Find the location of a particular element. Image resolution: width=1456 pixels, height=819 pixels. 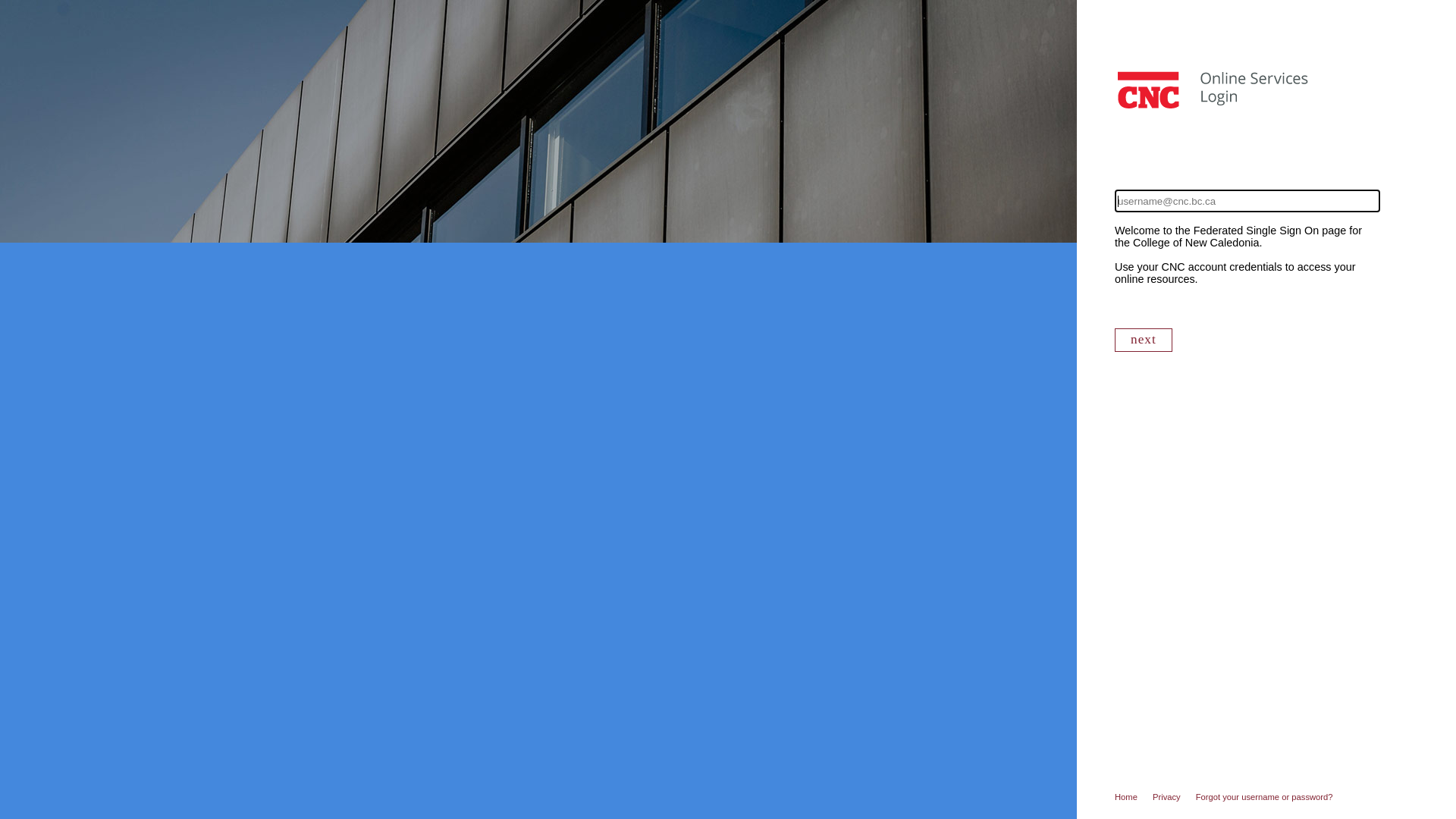

'Privacy' is located at coordinates (1173, 795).